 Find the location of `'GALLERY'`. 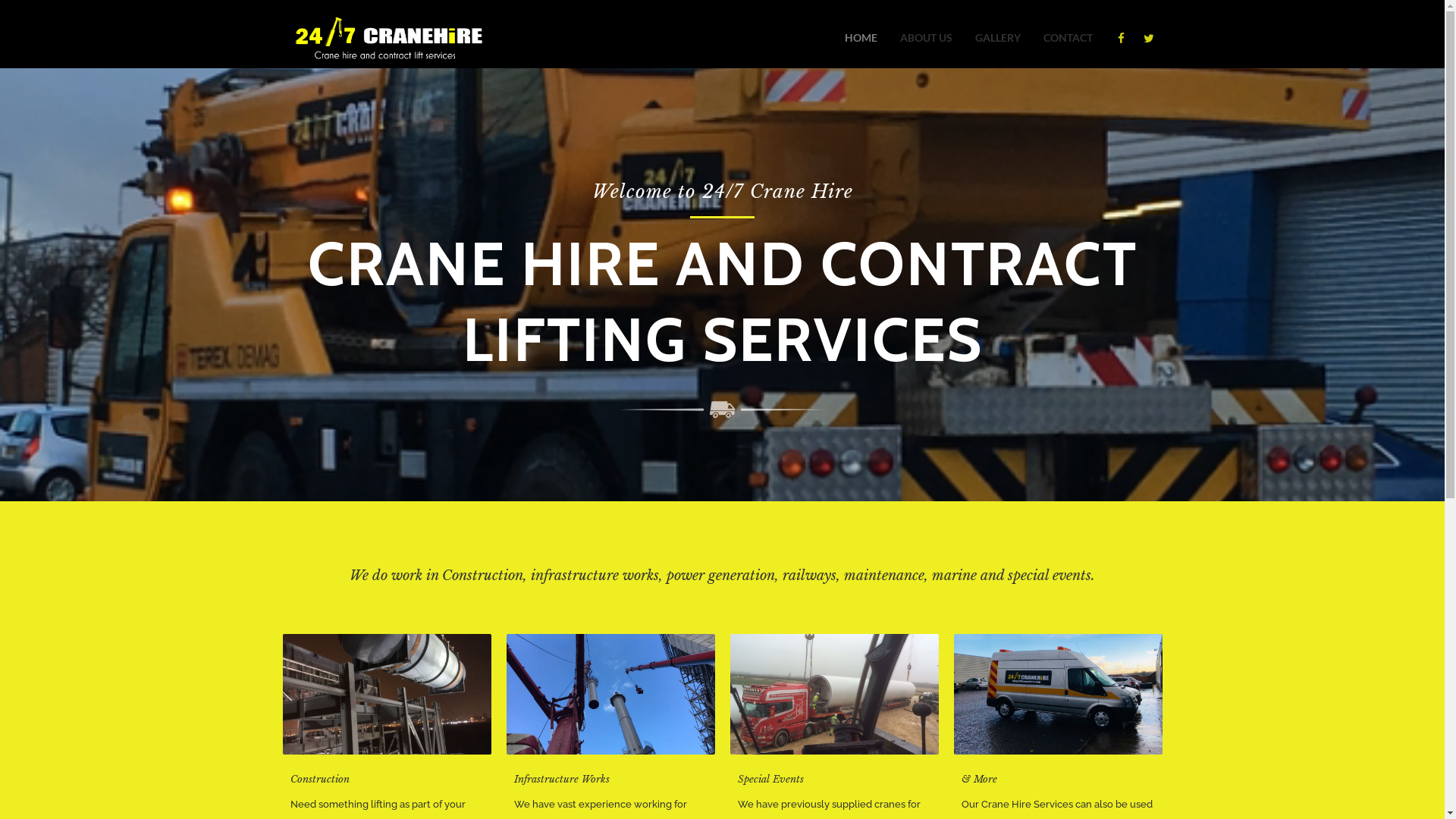

'GALLERY' is located at coordinates (975, 37).